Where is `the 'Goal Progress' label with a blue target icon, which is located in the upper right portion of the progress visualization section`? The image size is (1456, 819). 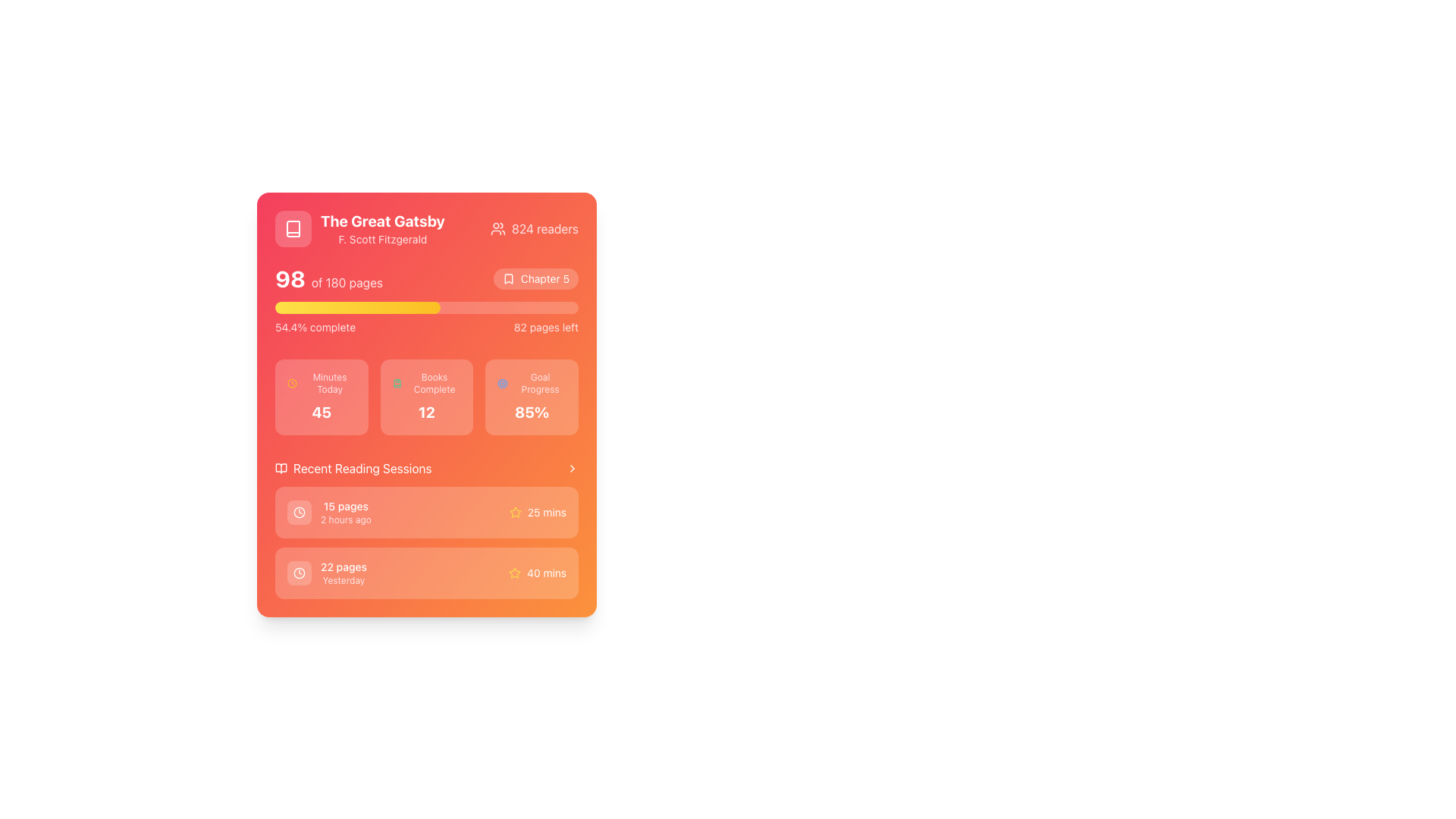 the 'Goal Progress' label with a blue target icon, which is located in the upper right portion of the progress visualization section is located at coordinates (532, 382).